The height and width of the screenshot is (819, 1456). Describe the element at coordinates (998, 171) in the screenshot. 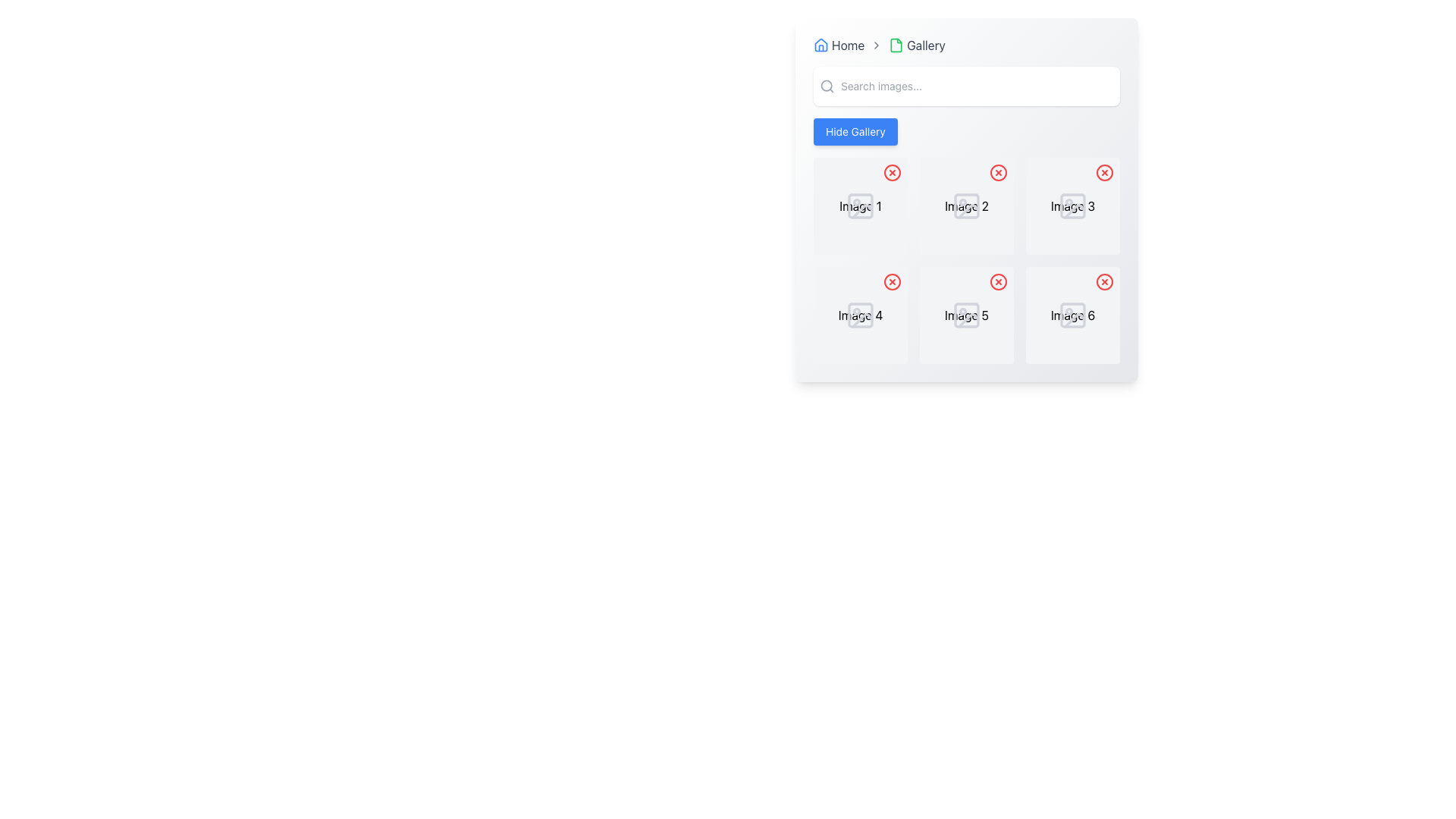

I see `the close button associated with 'Image 2'` at that location.